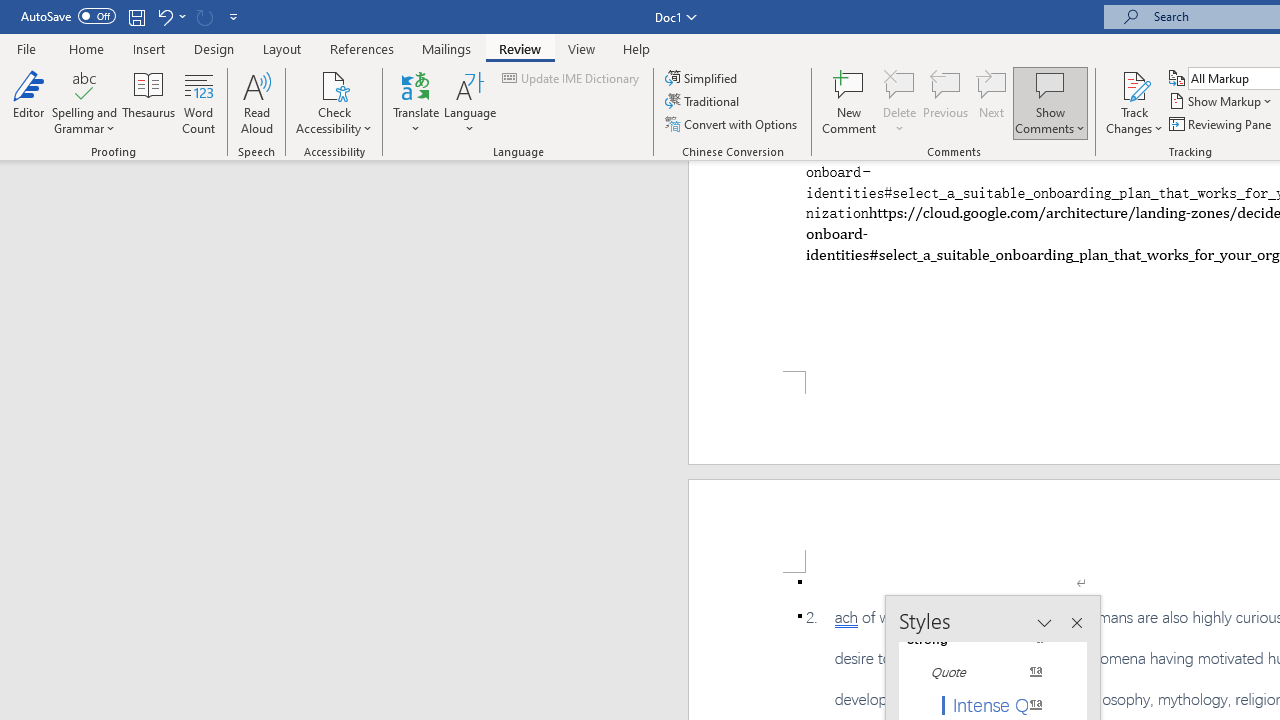  Describe the element at coordinates (84, 84) in the screenshot. I see `'Spelling and Grammar'` at that location.